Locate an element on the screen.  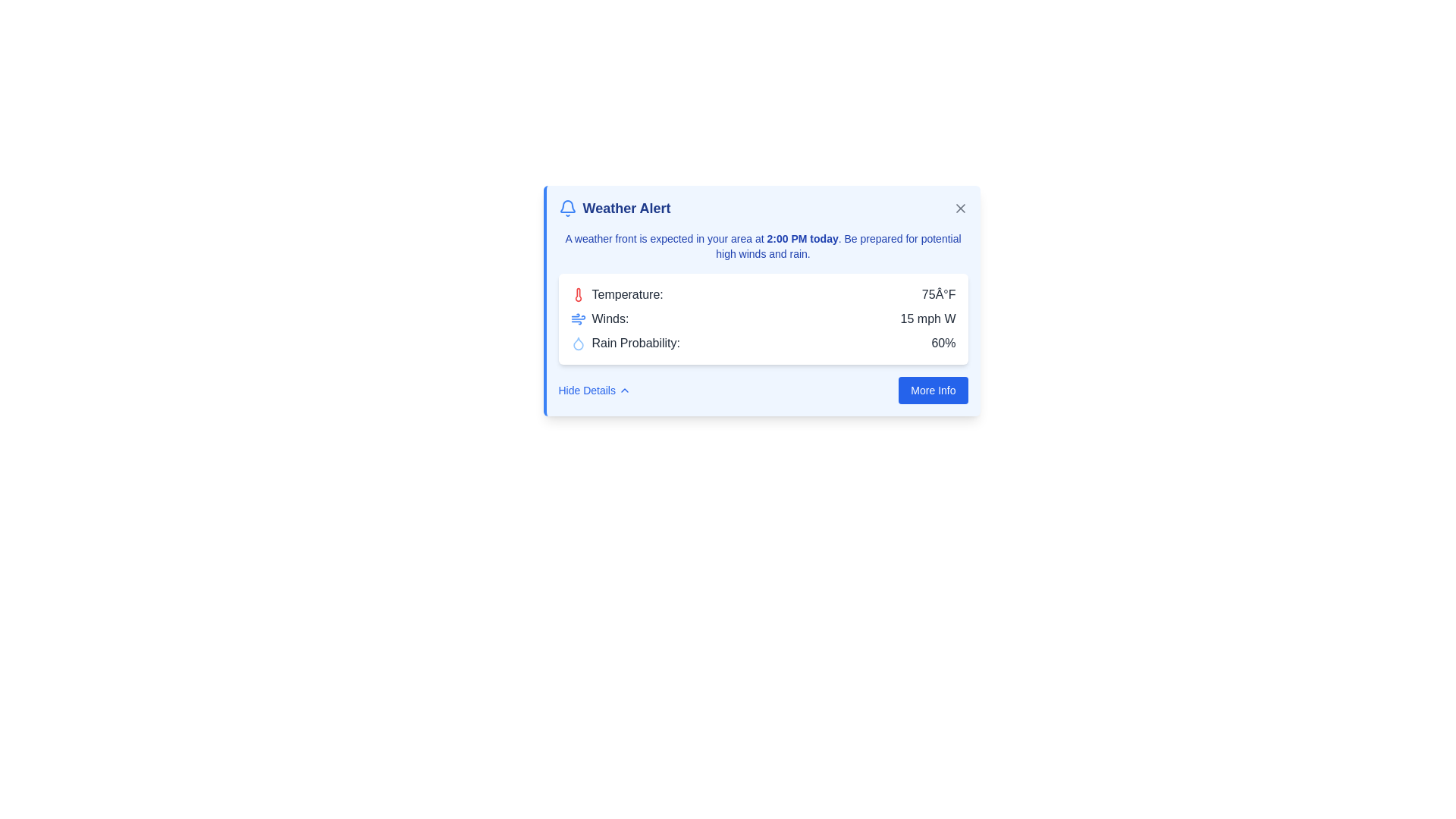
the red thermometer icon located to the immediate left of the 'Temperature' label in the weather alert information section is located at coordinates (577, 295).